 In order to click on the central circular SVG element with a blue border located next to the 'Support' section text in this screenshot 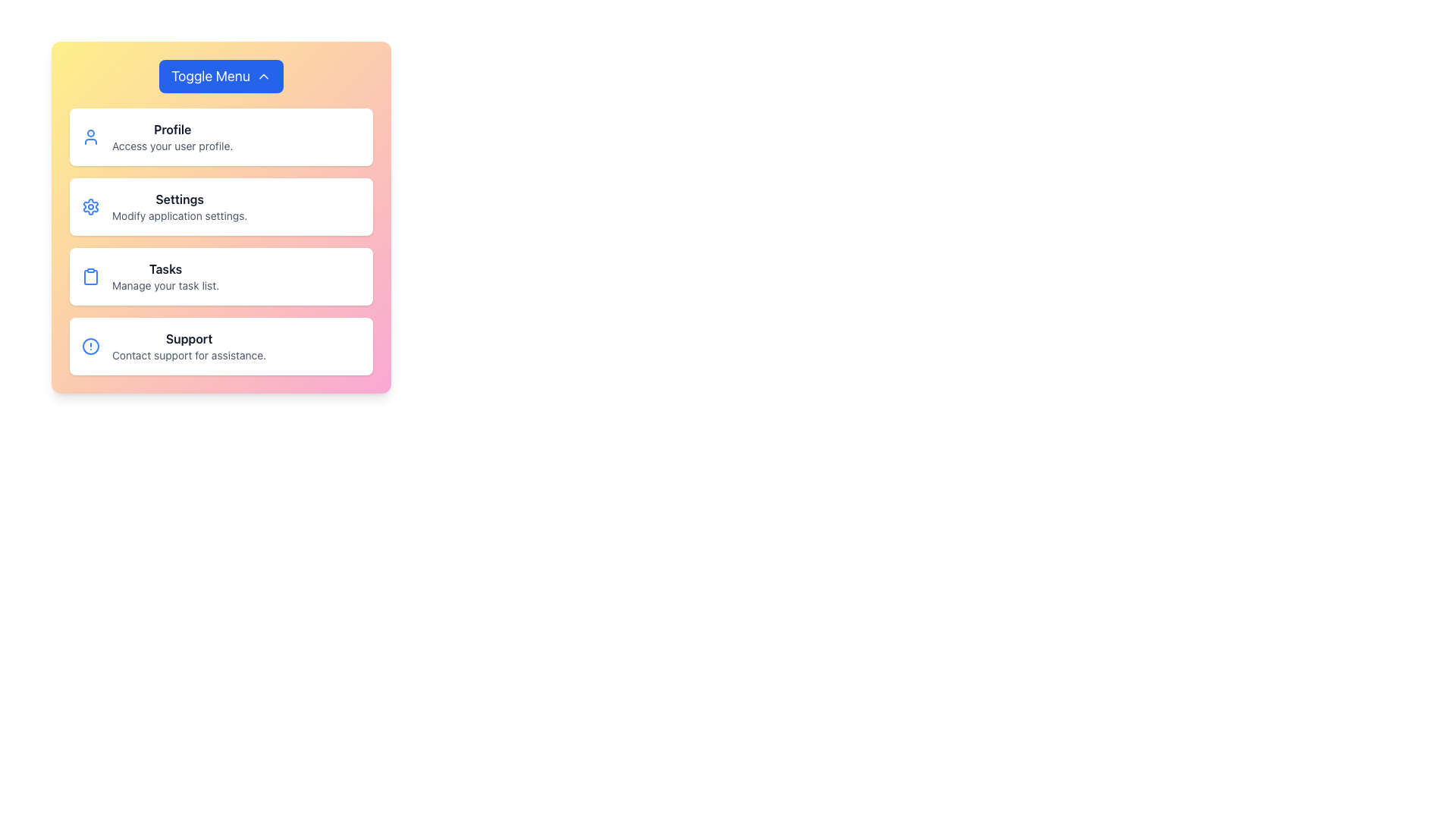, I will do `click(90, 346)`.